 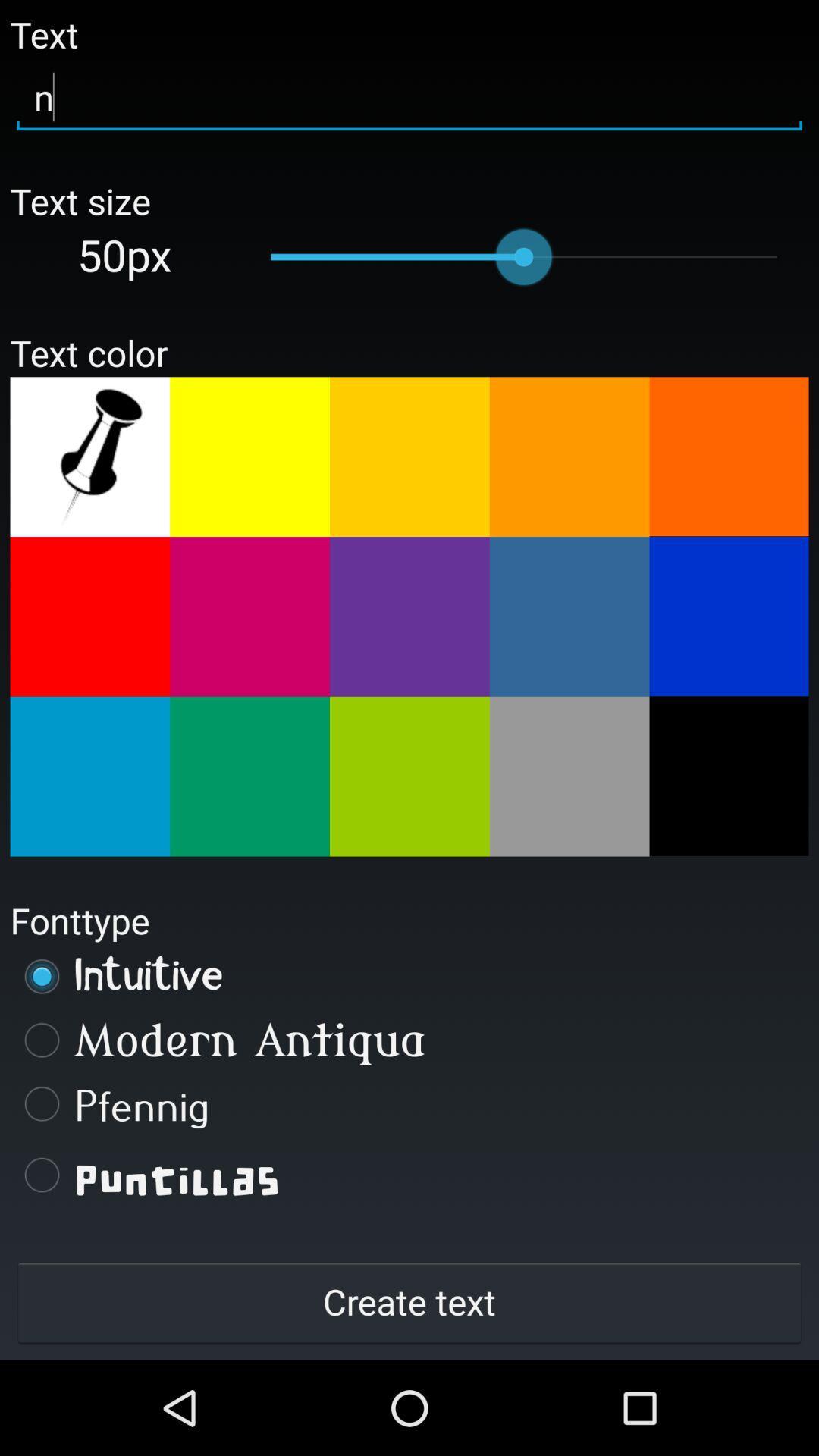 I want to click on color, so click(x=570, y=617).